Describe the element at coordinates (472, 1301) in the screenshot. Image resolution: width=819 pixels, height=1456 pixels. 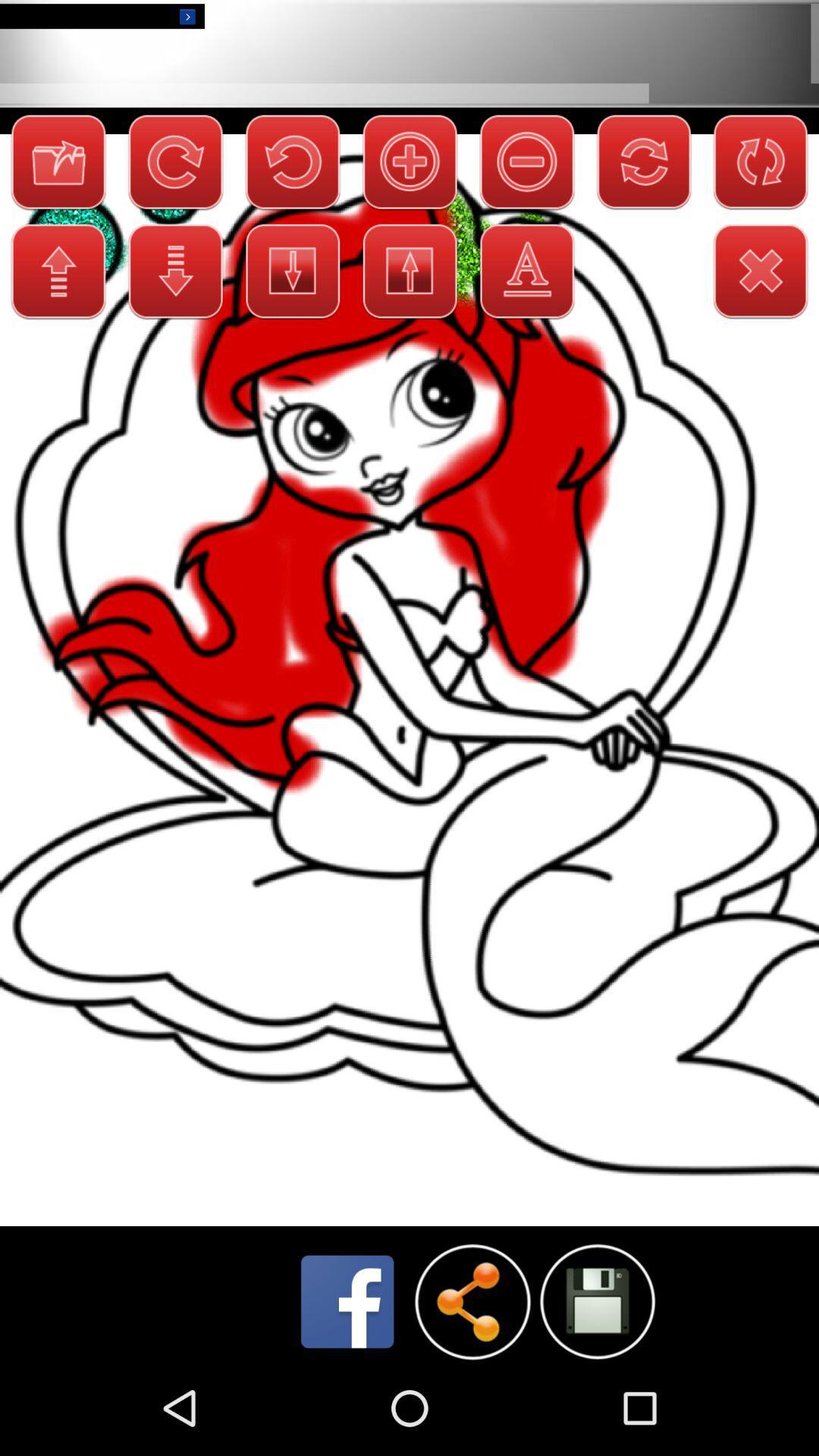
I see `share icon` at that location.